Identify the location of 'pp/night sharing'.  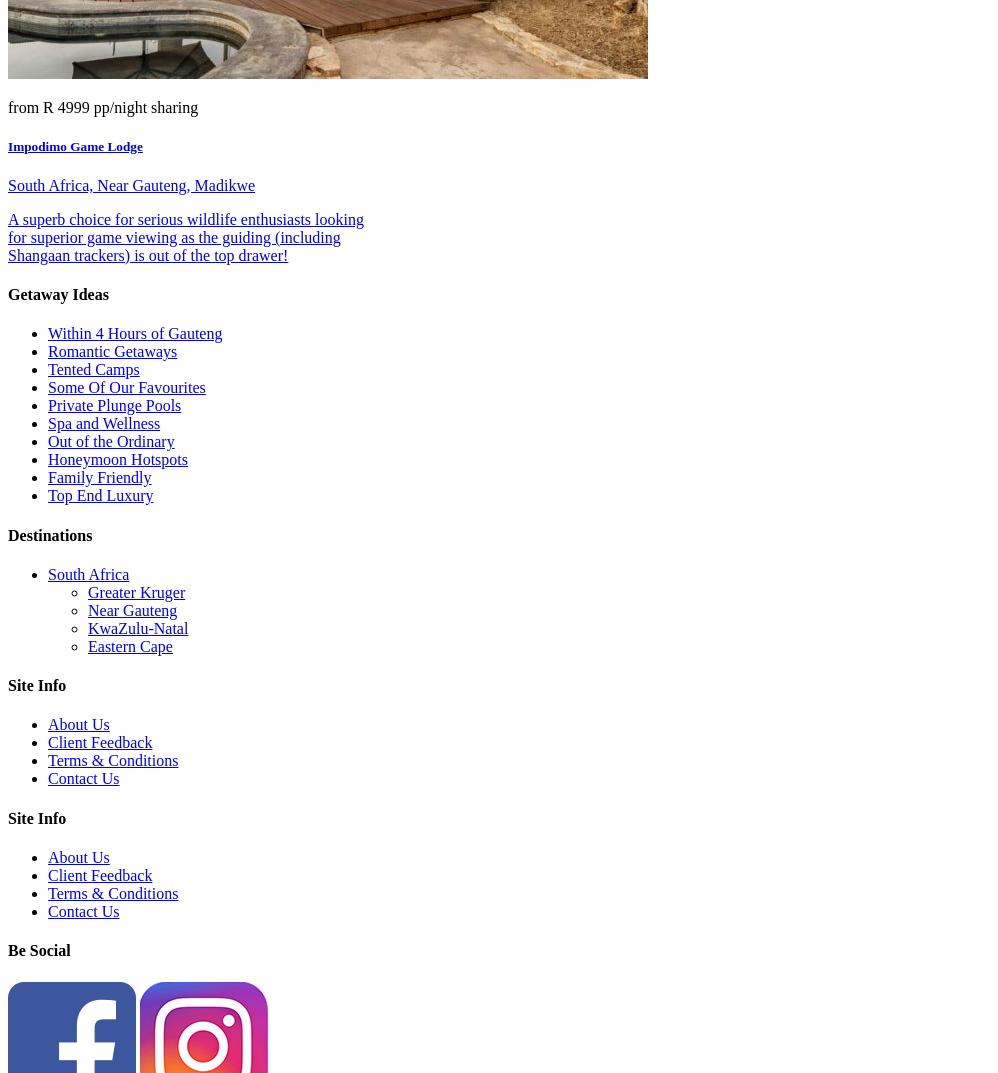
(145, 106).